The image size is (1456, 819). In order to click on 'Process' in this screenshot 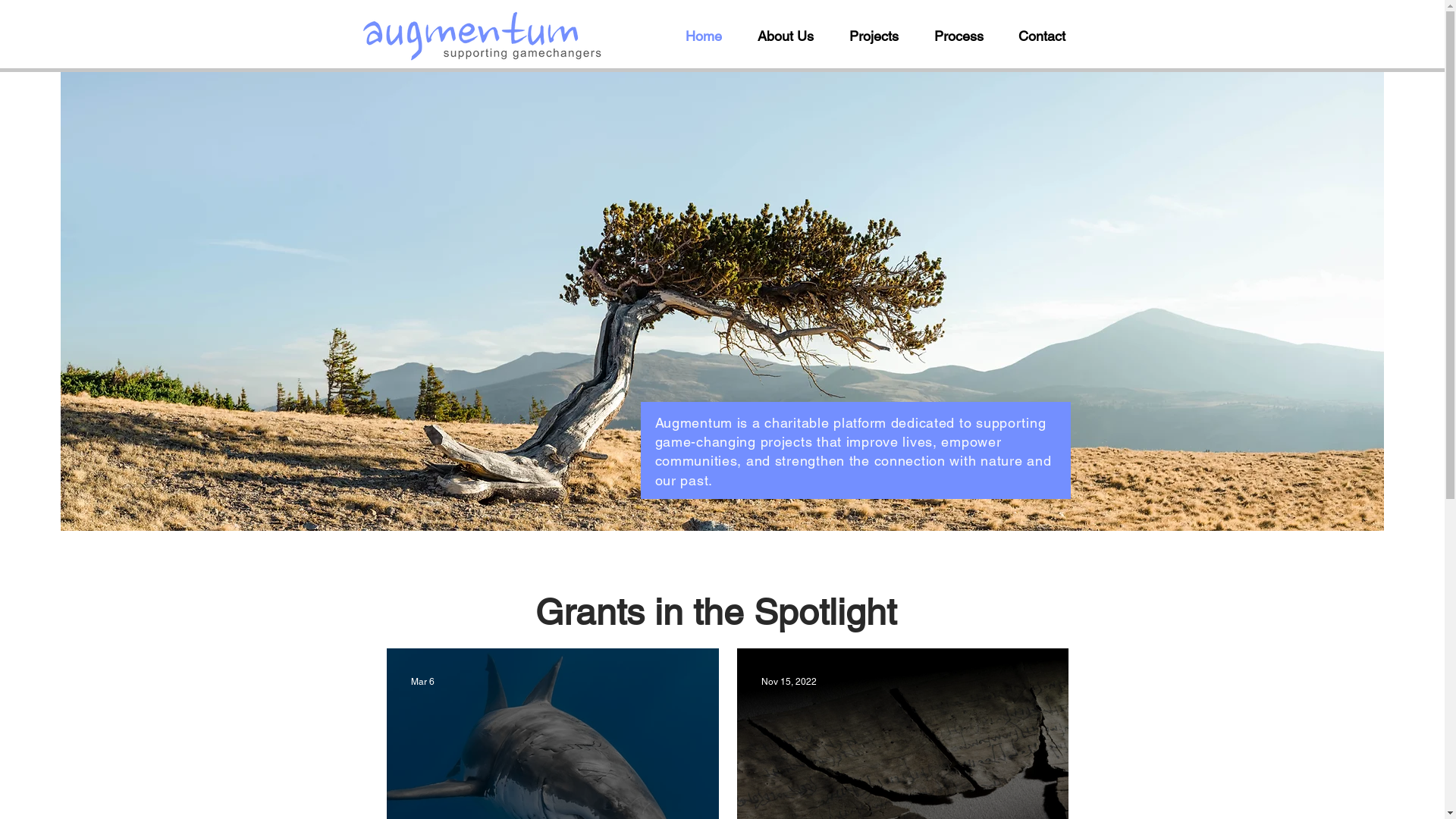, I will do `click(963, 35)`.